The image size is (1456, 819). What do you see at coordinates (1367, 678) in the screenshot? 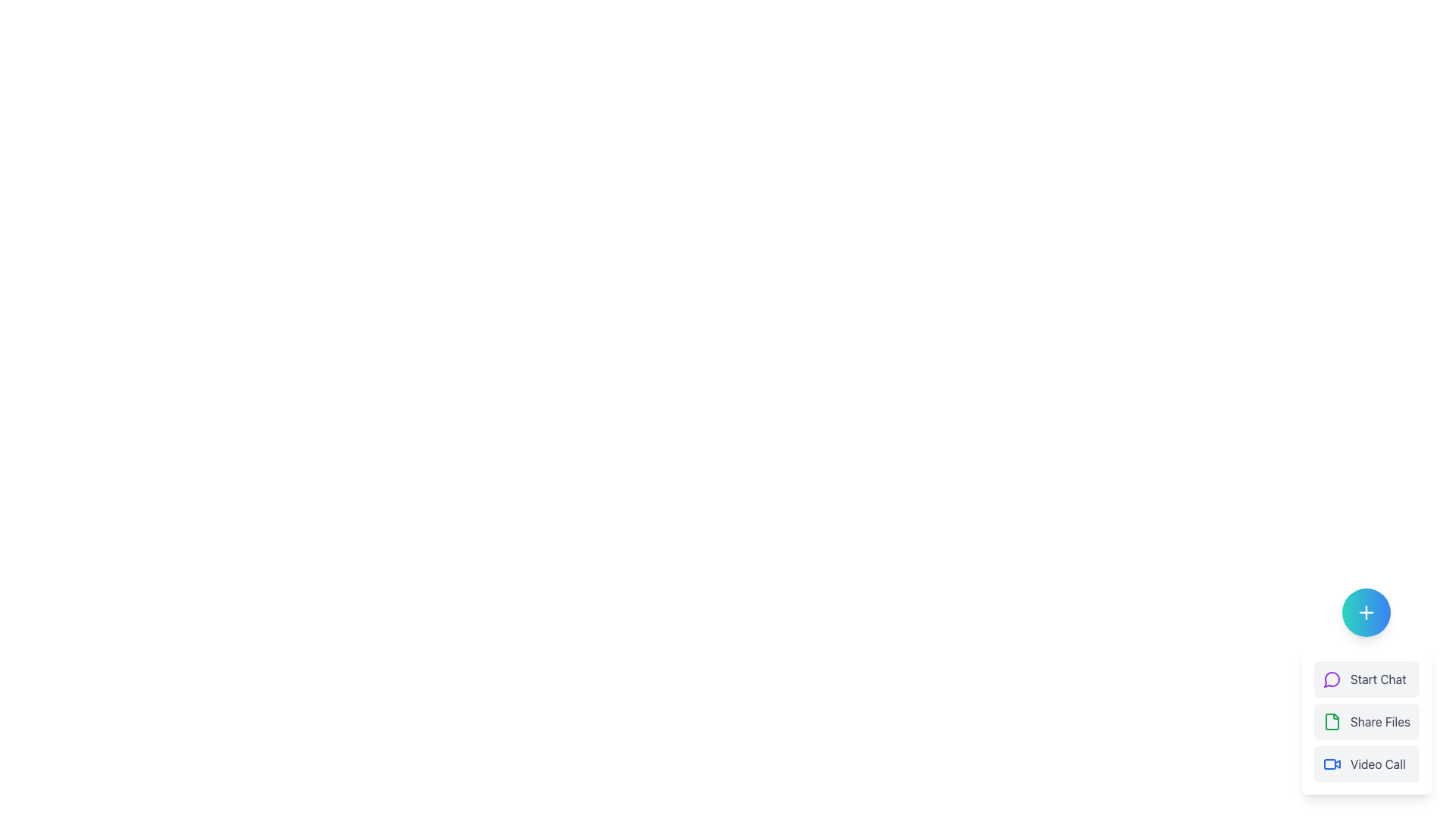
I see `the topmost button in the vertical stack of buttons within the white shadowed section to initiate a chat session` at bounding box center [1367, 678].